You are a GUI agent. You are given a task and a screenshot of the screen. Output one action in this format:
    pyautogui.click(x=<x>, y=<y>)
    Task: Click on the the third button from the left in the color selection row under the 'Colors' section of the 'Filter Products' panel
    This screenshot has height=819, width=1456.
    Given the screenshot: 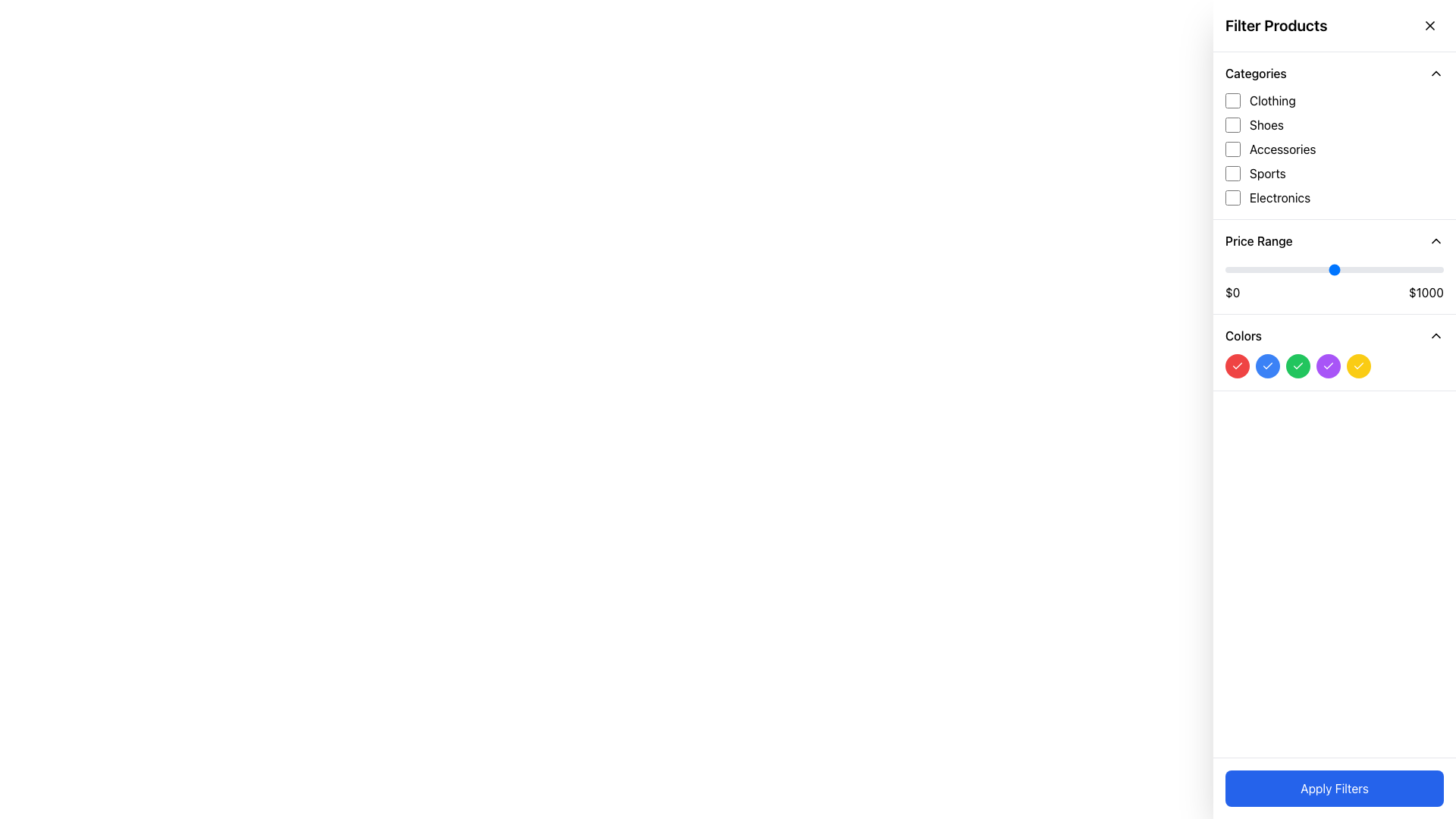 What is the action you would take?
    pyautogui.click(x=1298, y=366)
    